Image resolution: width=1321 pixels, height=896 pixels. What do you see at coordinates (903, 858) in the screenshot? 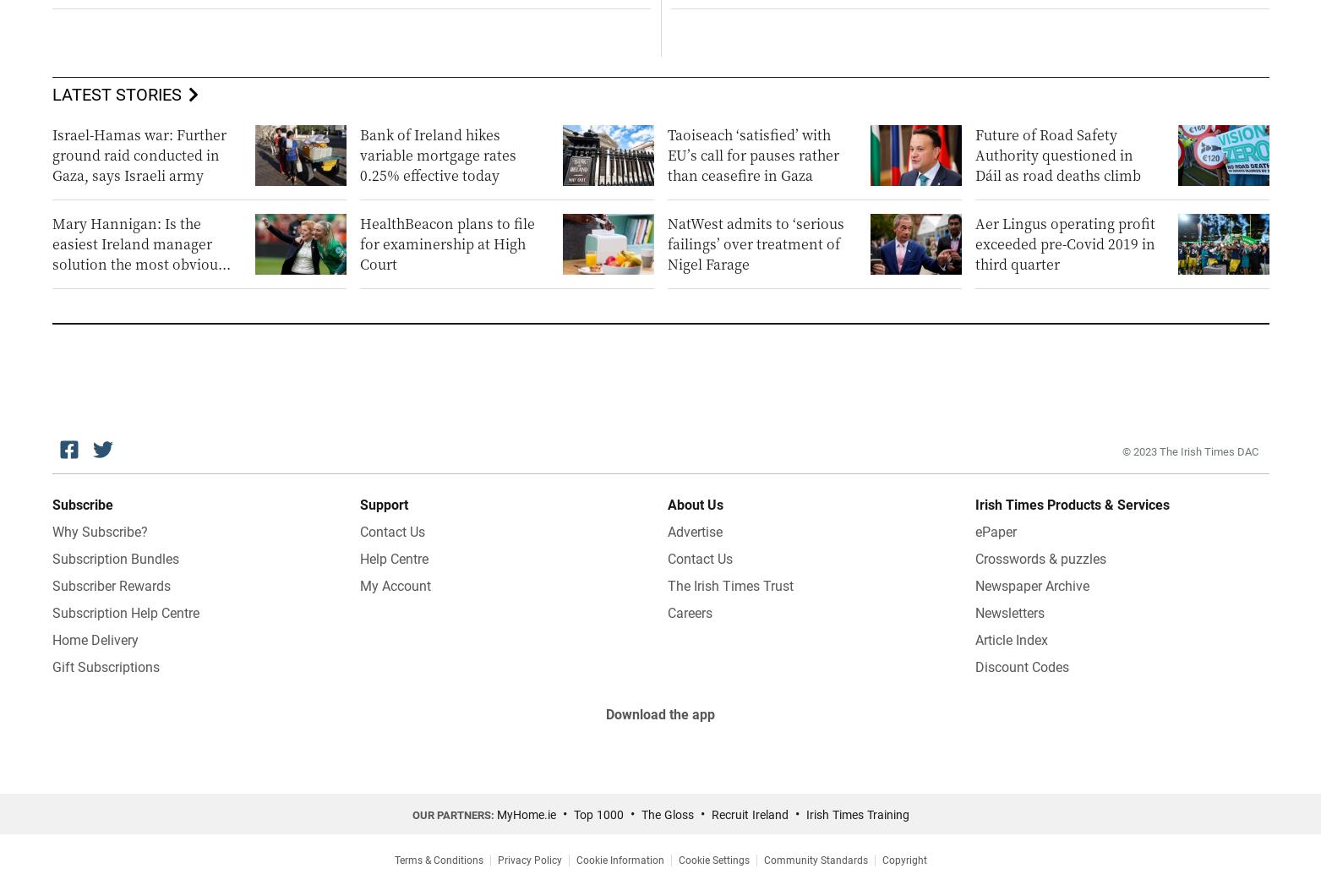
I see `'Copyright'` at bounding box center [903, 858].